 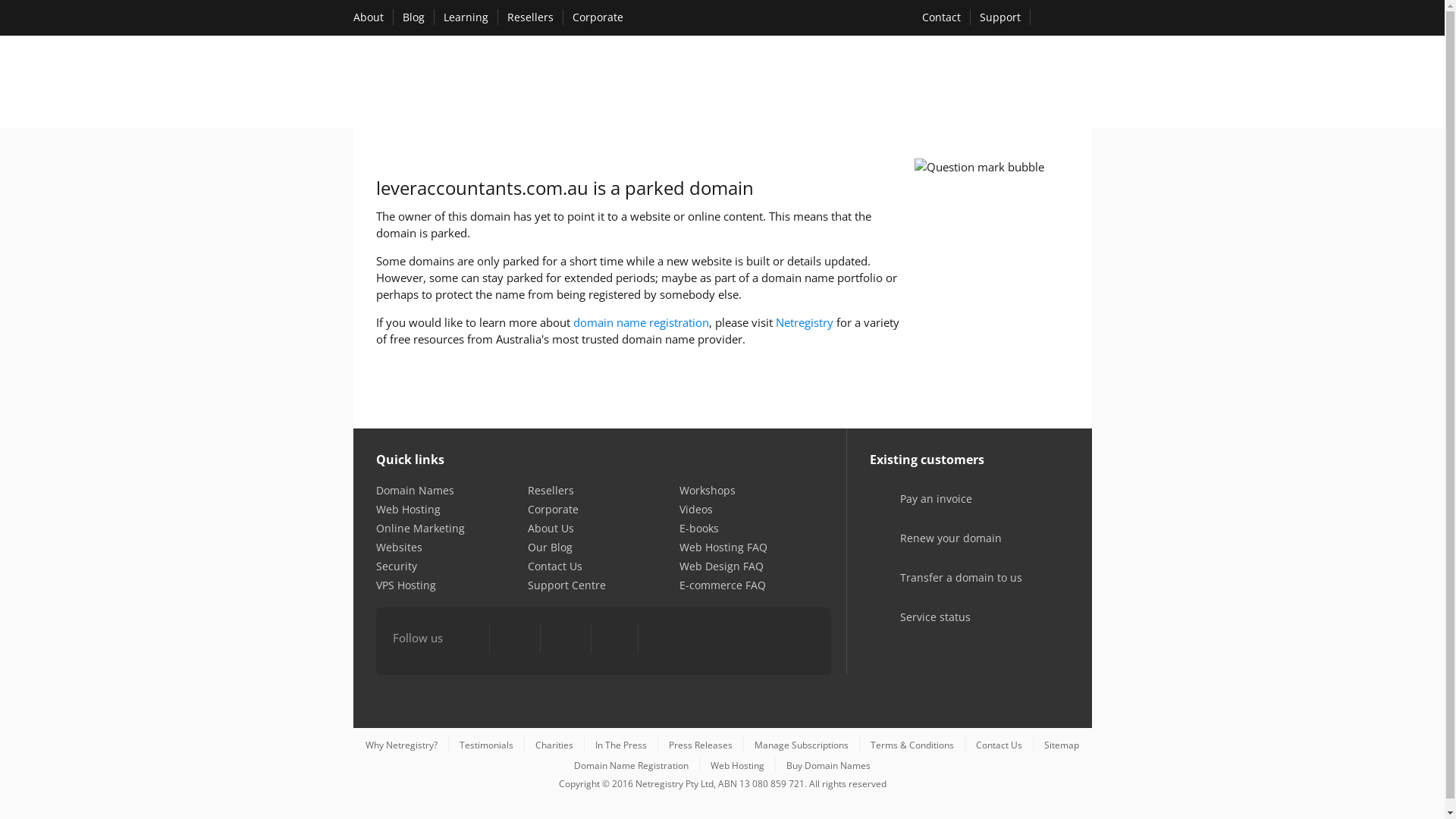 What do you see at coordinates (415, 490) in the screenshot?
I see `'Domain Names'` at bounding box center [415, 490].